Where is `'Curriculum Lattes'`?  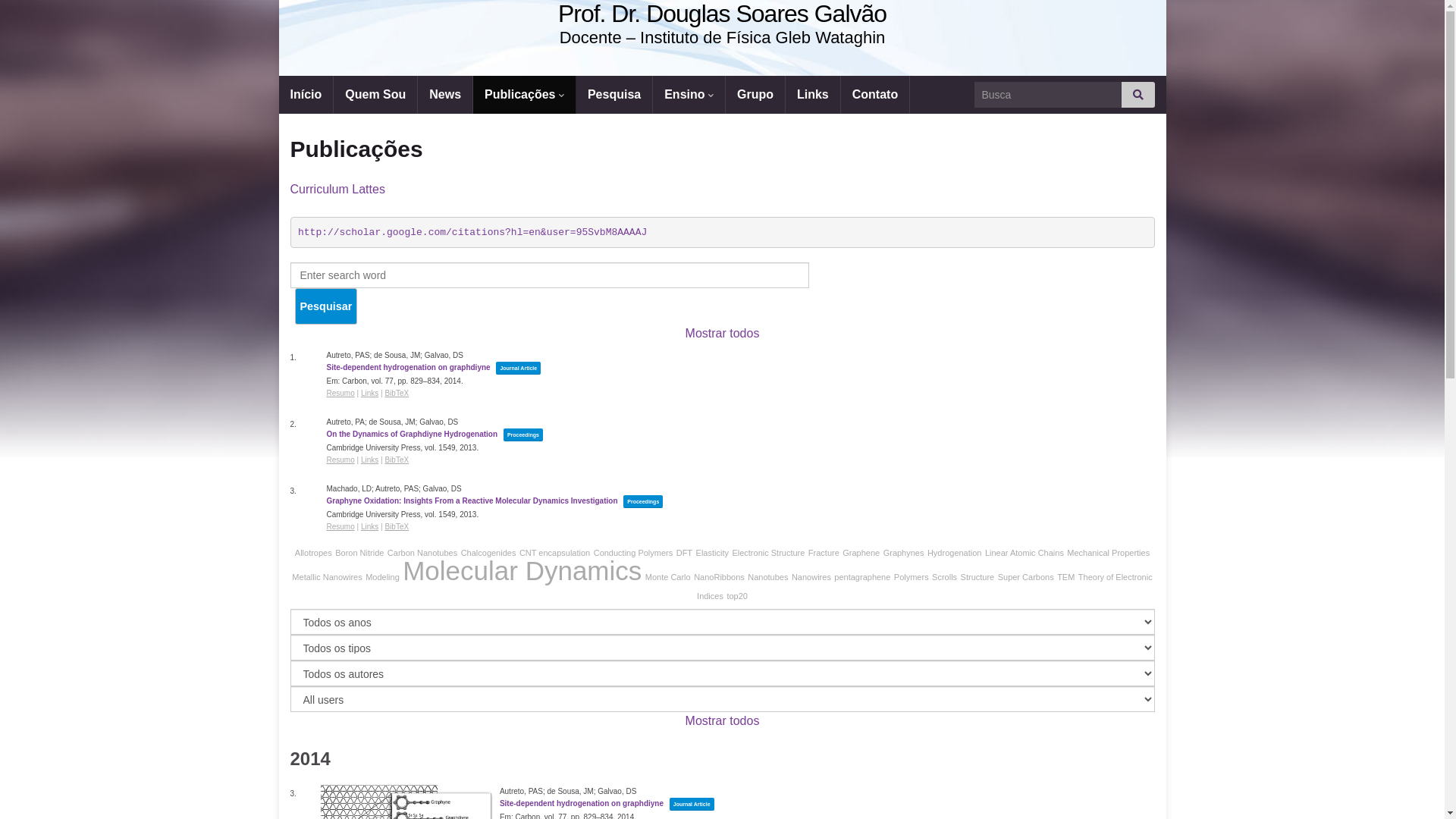
'Curriculum Lattes' is located at coordinates (290, 188).